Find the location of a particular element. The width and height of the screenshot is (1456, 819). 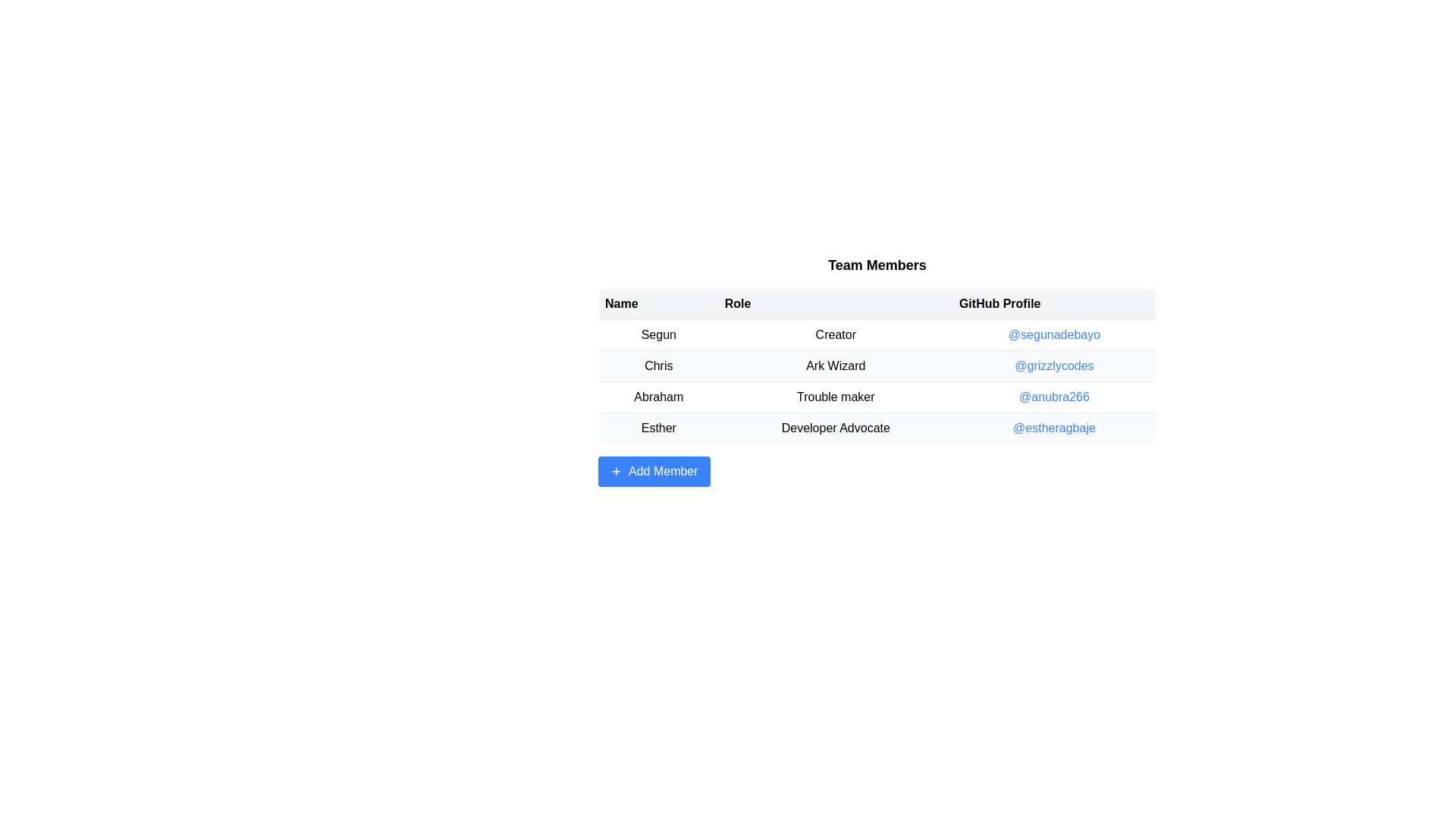

the hyperlink that redirects users to the GitHub profile of '@grizzlycodes', located in the 'Team Members' column, specifically under the entry for 'Chris Ark Wizard' is located at coordinates (1053, 366).